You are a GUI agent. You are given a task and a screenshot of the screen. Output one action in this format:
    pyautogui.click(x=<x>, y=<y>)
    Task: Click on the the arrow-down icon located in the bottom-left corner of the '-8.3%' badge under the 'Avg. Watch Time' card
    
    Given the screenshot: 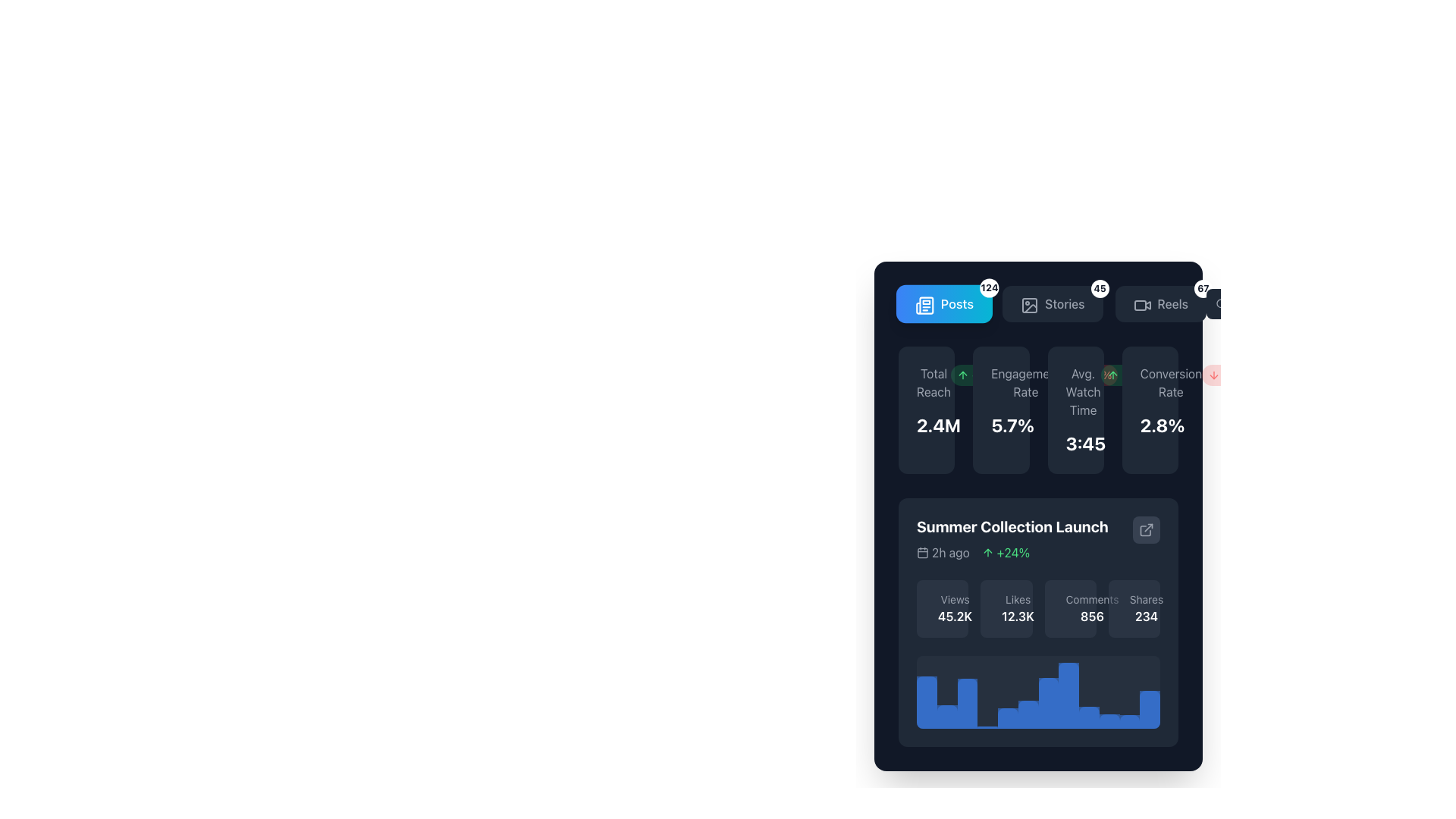 What is the action you would take?
    pyautogui.click(x=1072, y=375)
    